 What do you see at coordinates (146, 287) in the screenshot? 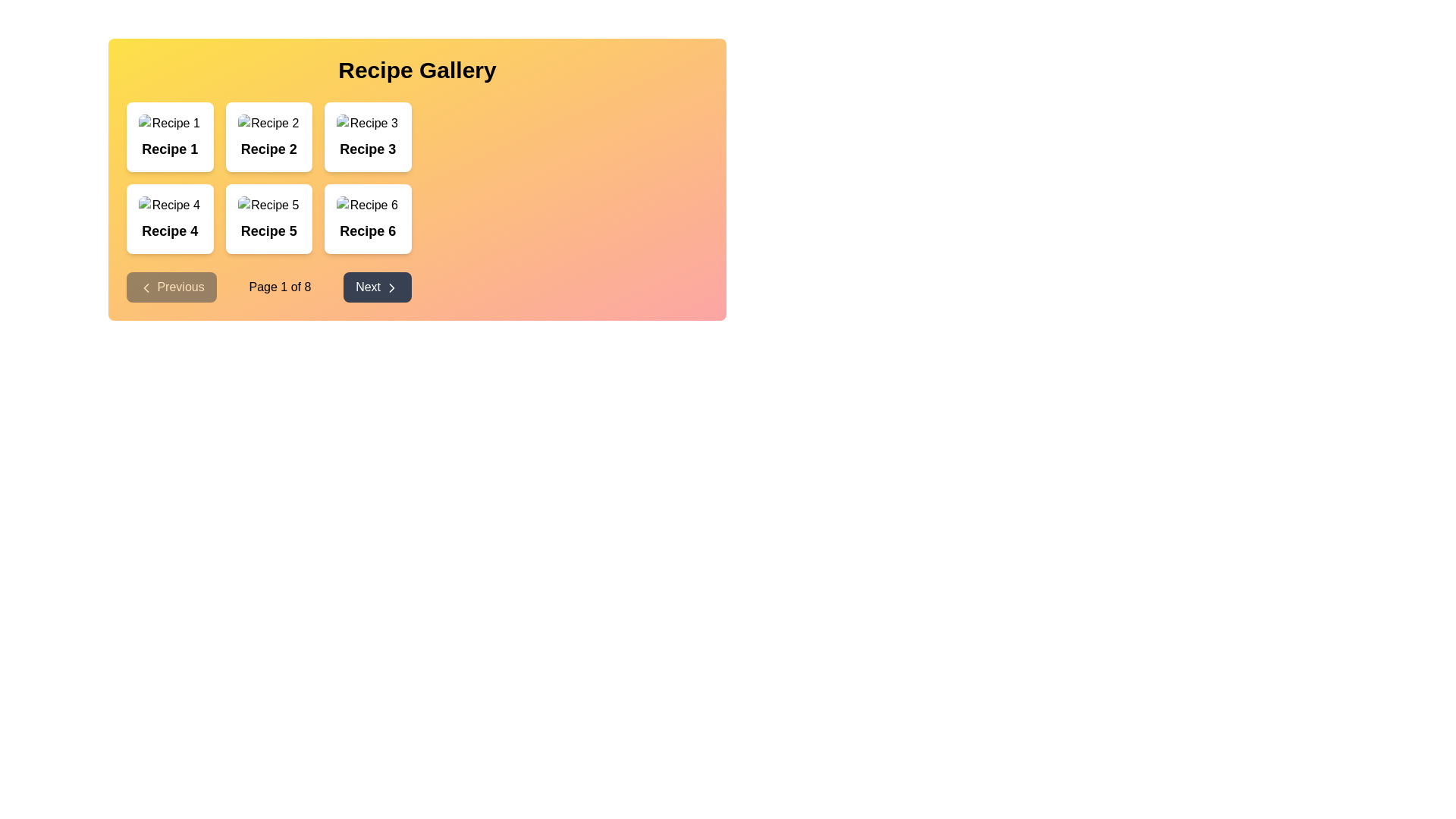
I see `the left-pointing chevron icon within the 'Previous' button, which has a brown background and white text, located at the bottom-left of the interface` at bounding box center [146, 287].